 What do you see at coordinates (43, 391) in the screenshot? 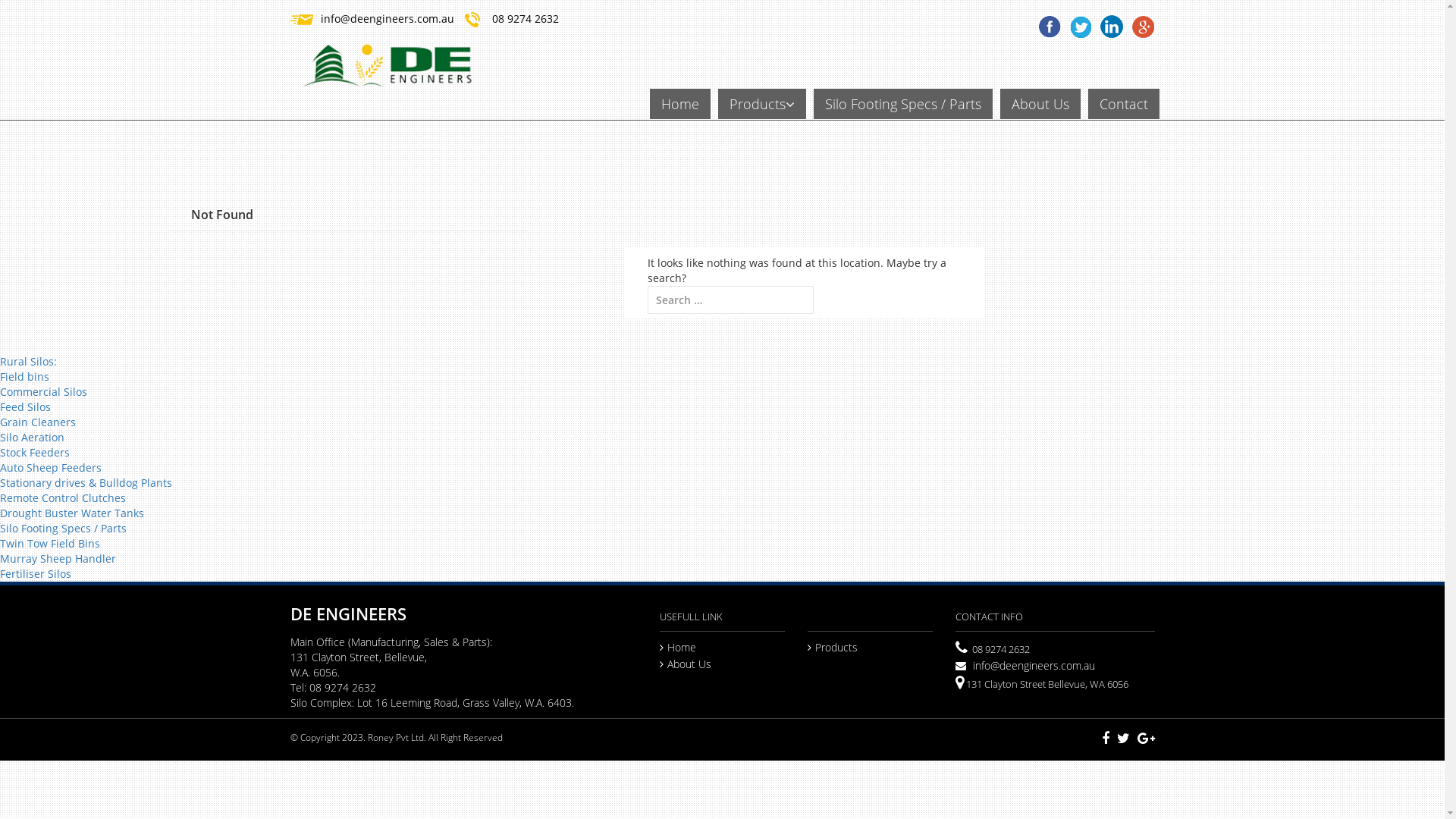
I see `'Commercial Silos'` at bounding box center [43, 391].